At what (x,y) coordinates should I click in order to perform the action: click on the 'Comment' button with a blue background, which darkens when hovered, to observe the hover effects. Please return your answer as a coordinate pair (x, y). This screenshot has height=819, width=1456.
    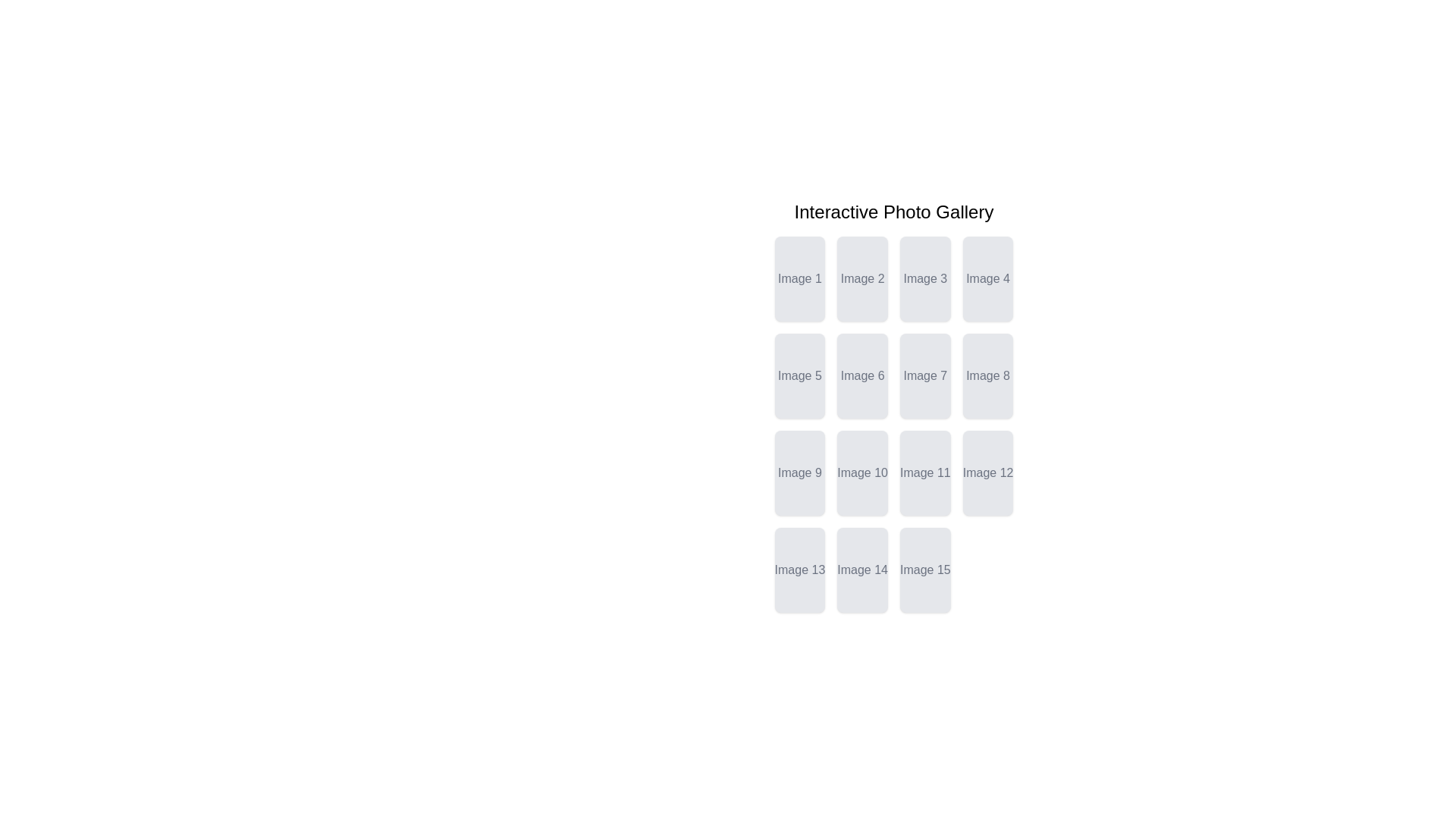
    Looking at the image, I should click on (924, 403).